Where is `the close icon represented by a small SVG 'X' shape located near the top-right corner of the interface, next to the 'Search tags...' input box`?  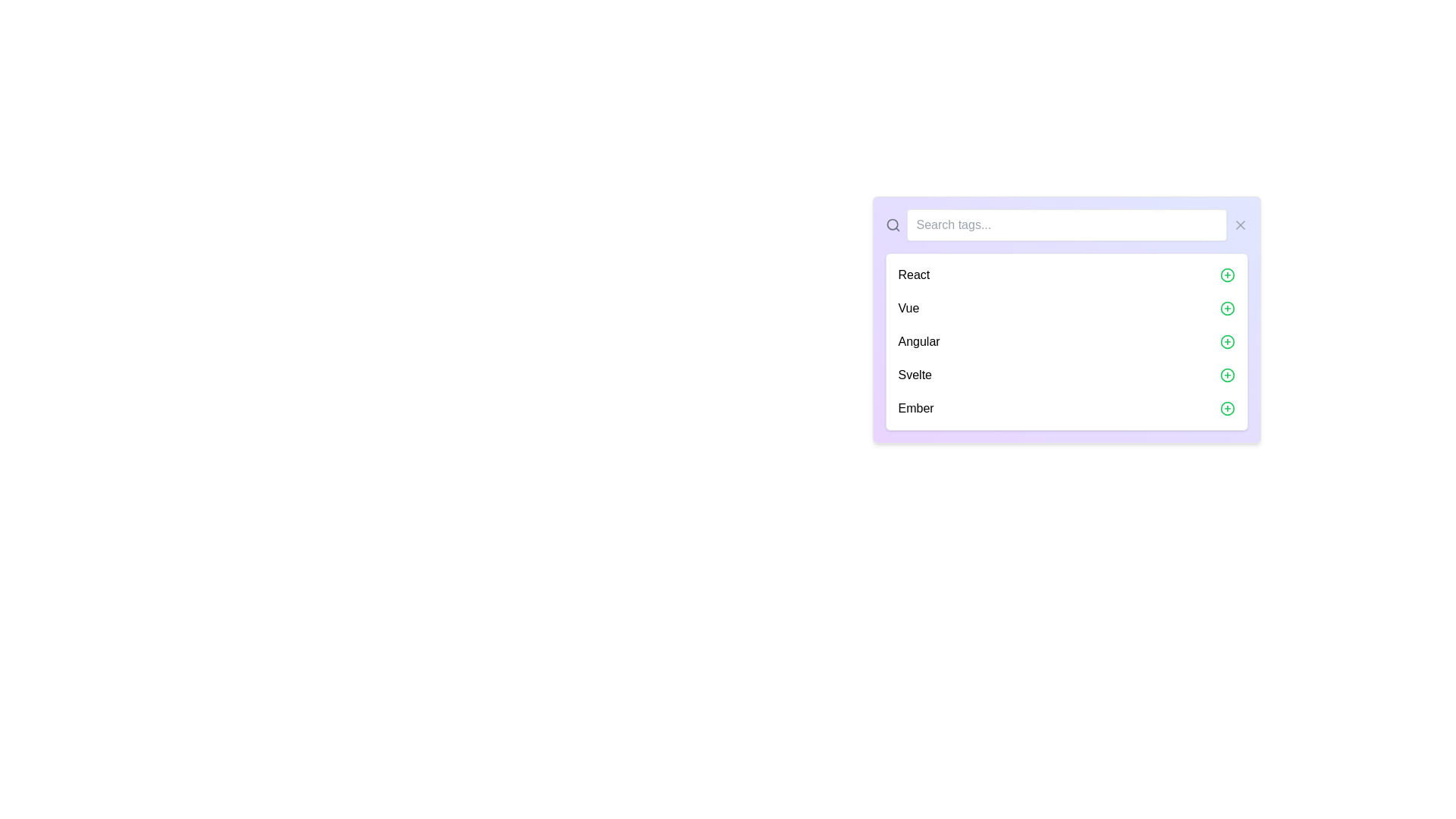 the close icon represented by a small SVG 'X' shape located near the top-right corner of the interface, next to the 'Search tags...' input box is located at coordinates (1240, 225).